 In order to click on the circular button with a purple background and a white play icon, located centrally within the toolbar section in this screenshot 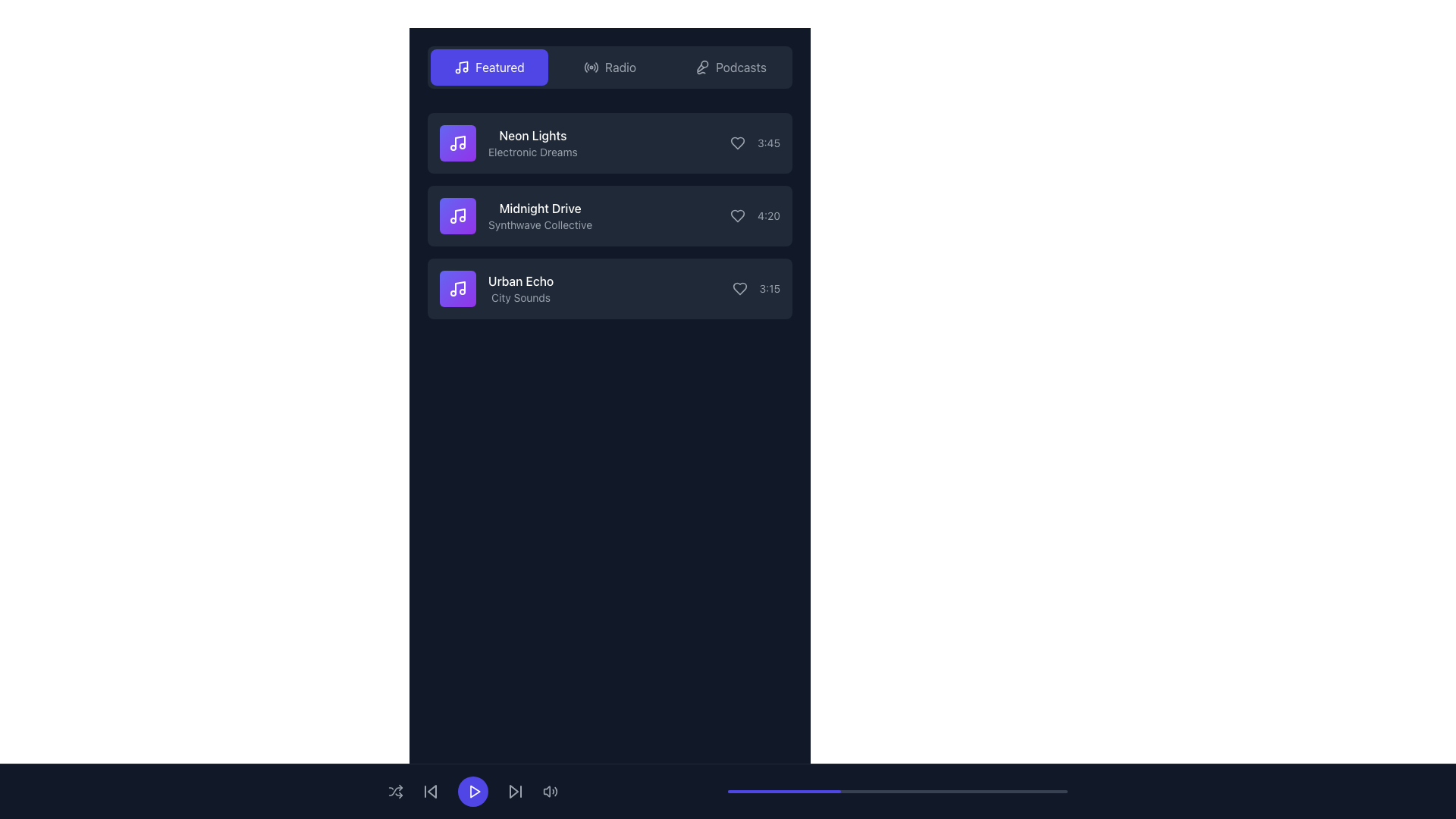, I will do `click(472, 791)`.